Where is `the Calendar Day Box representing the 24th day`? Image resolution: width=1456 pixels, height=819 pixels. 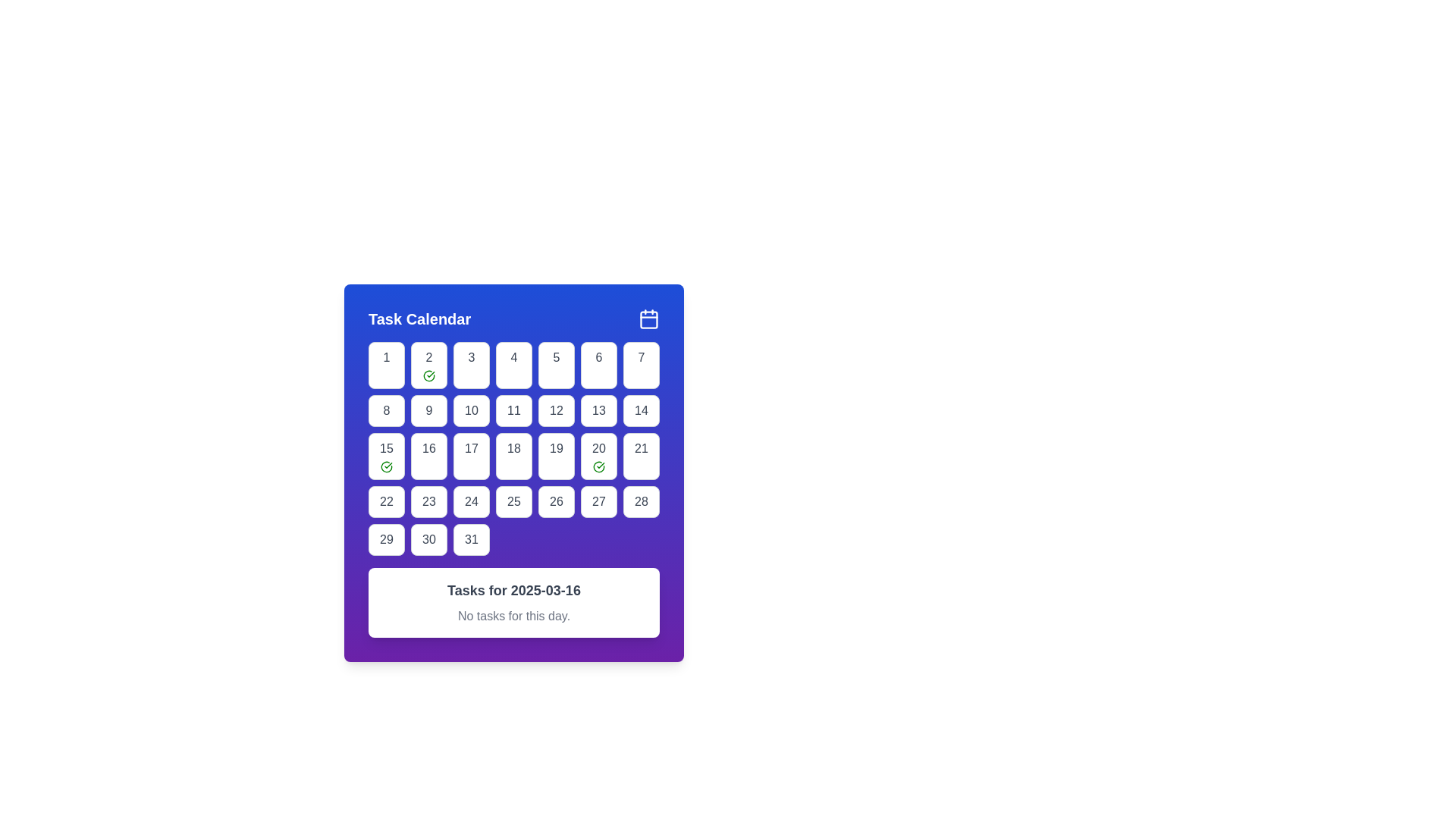 the Calendar Day Box representing the 24th day is located at coordinates (471, 502).